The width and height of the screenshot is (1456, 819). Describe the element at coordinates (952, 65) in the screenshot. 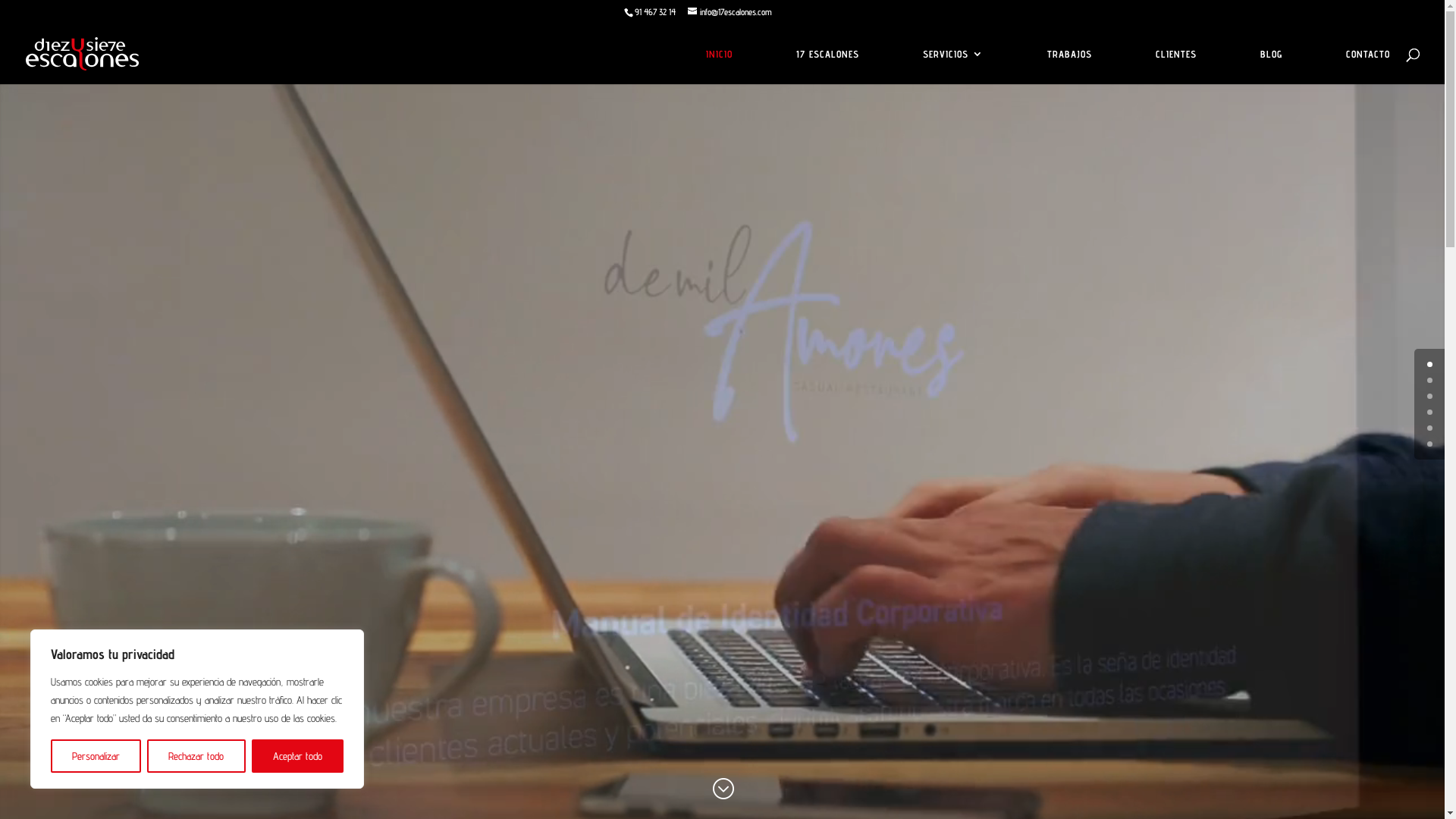

I see `'SERVICIOS'` at that location.